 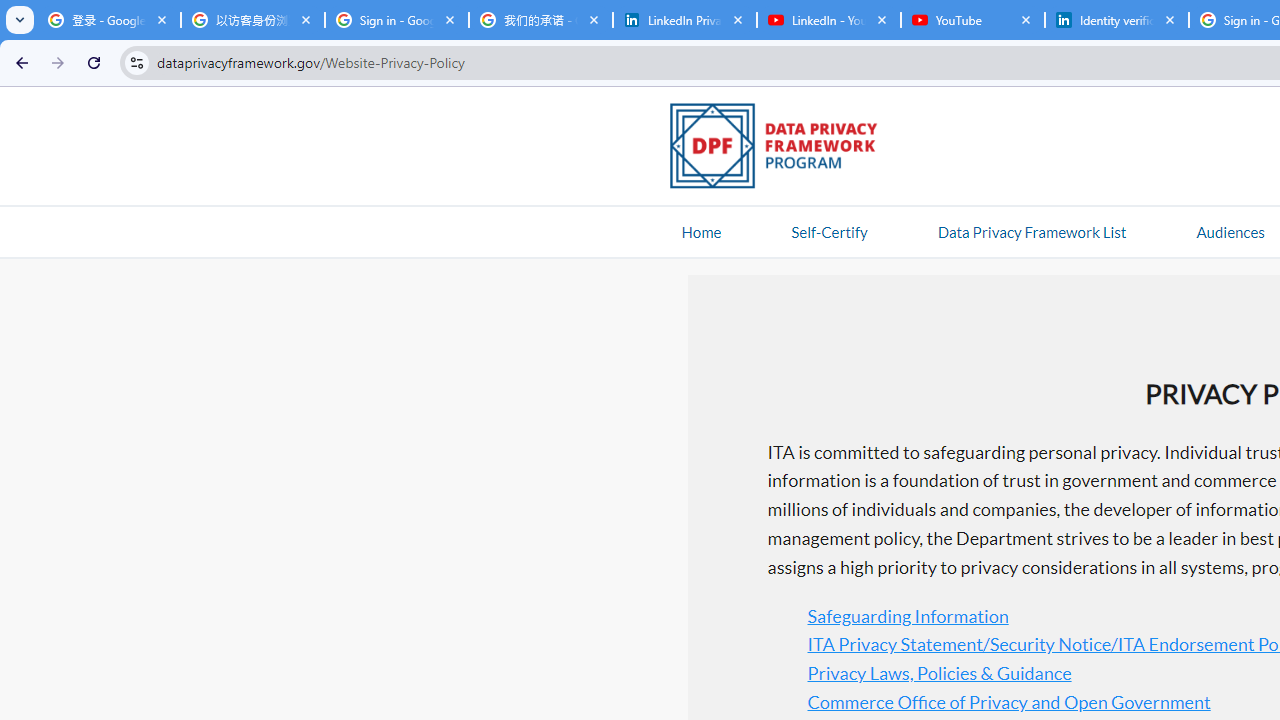 I want to click on 'Commerce Office of Privacy and Open Government', so click(x=1008, y=700).